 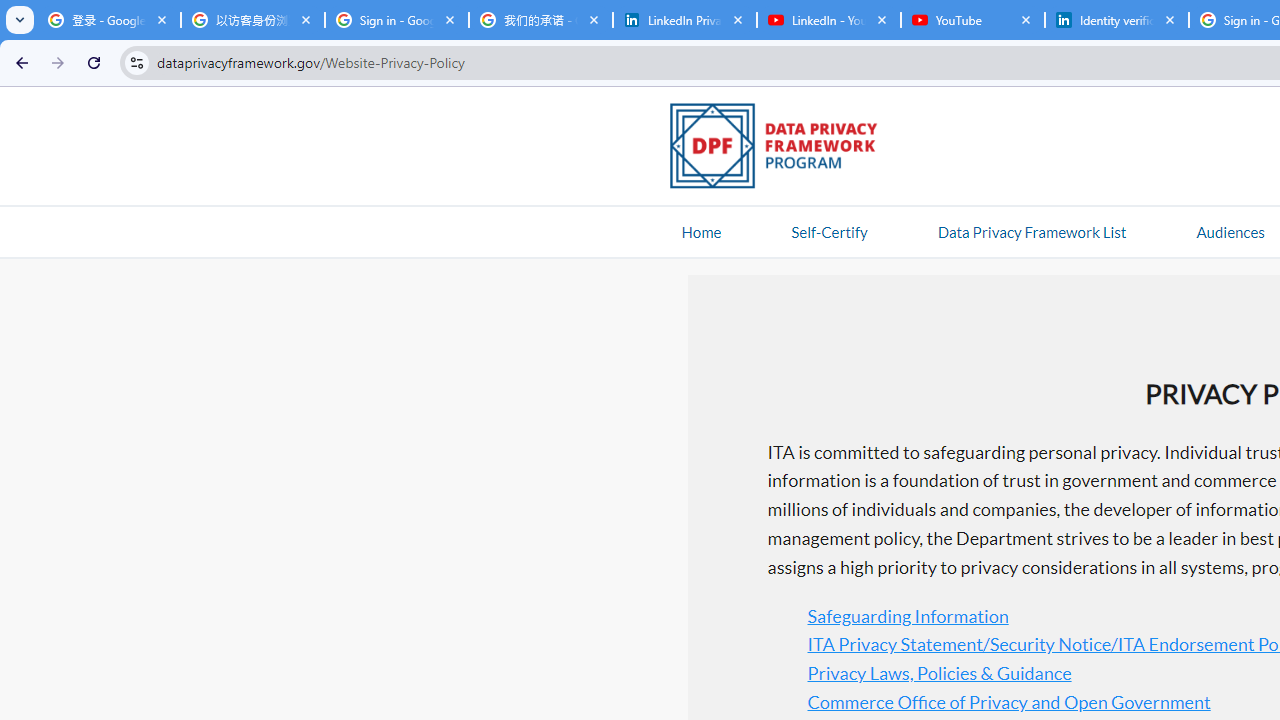 I want to click on 'Commerce Office of Privacy and Open Government', so click(x=1008, y=700).